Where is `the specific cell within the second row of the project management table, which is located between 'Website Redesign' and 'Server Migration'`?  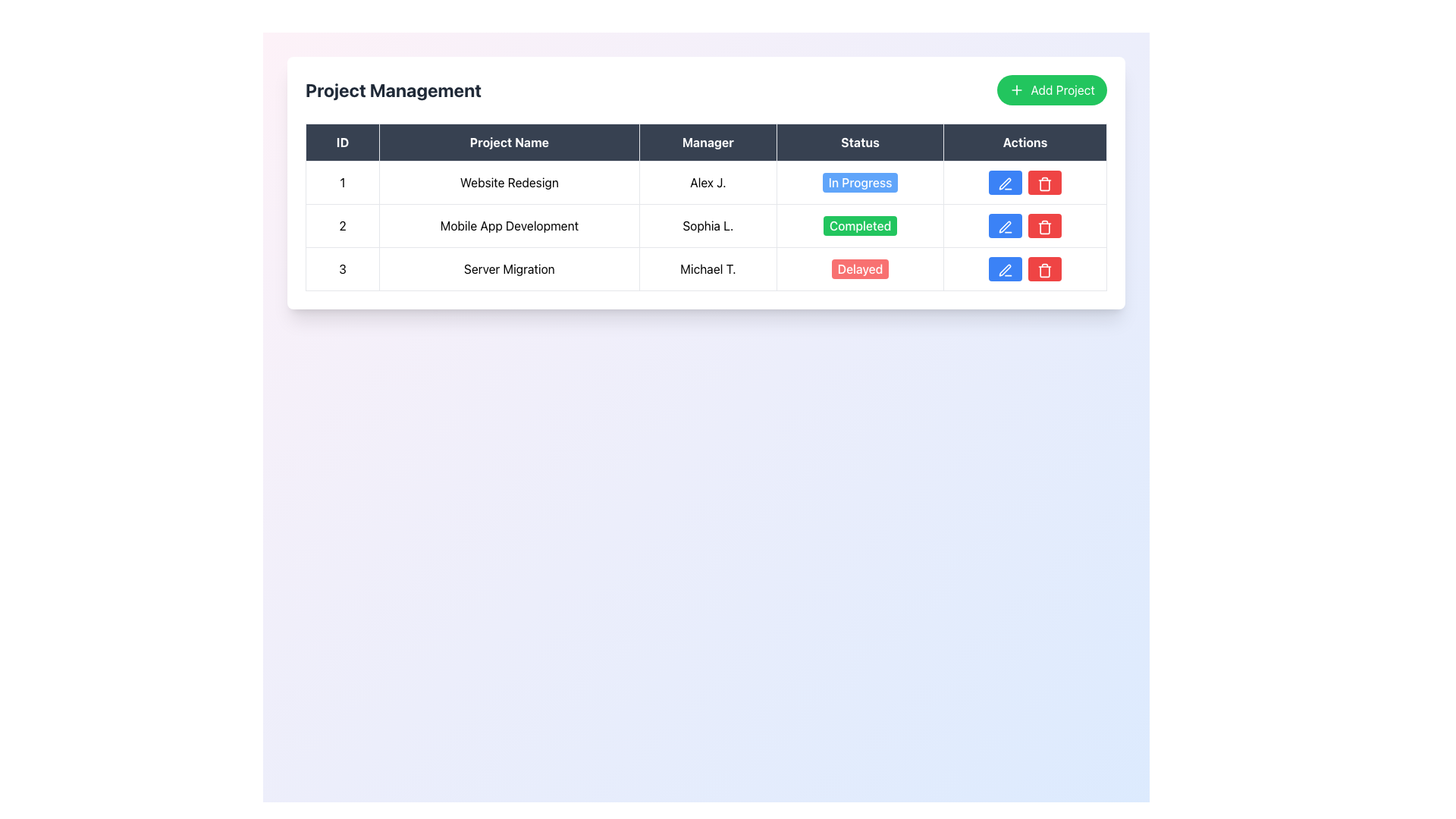
the specific cell within the second row of the project management table, which is located between 'Website Redesign' and 'Server Migration' is located at coordinates (705, 225).